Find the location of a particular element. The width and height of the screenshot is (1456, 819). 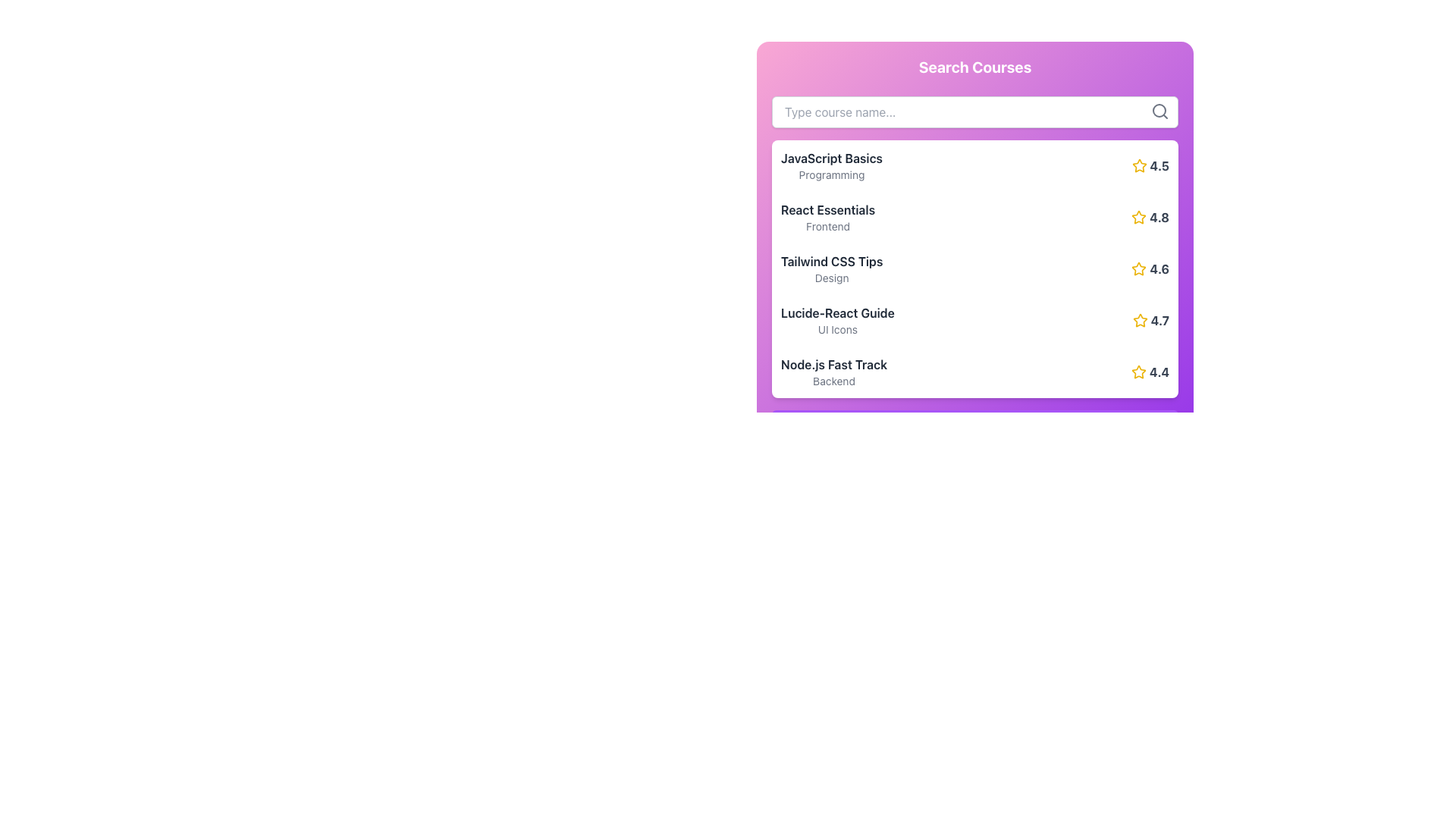

the bold numerical text label '4.8' displayed in dark gray font, which is positioned to the right of the 'React Essentials' item and follows the rating star icon is located at coordinates (1159, 217).